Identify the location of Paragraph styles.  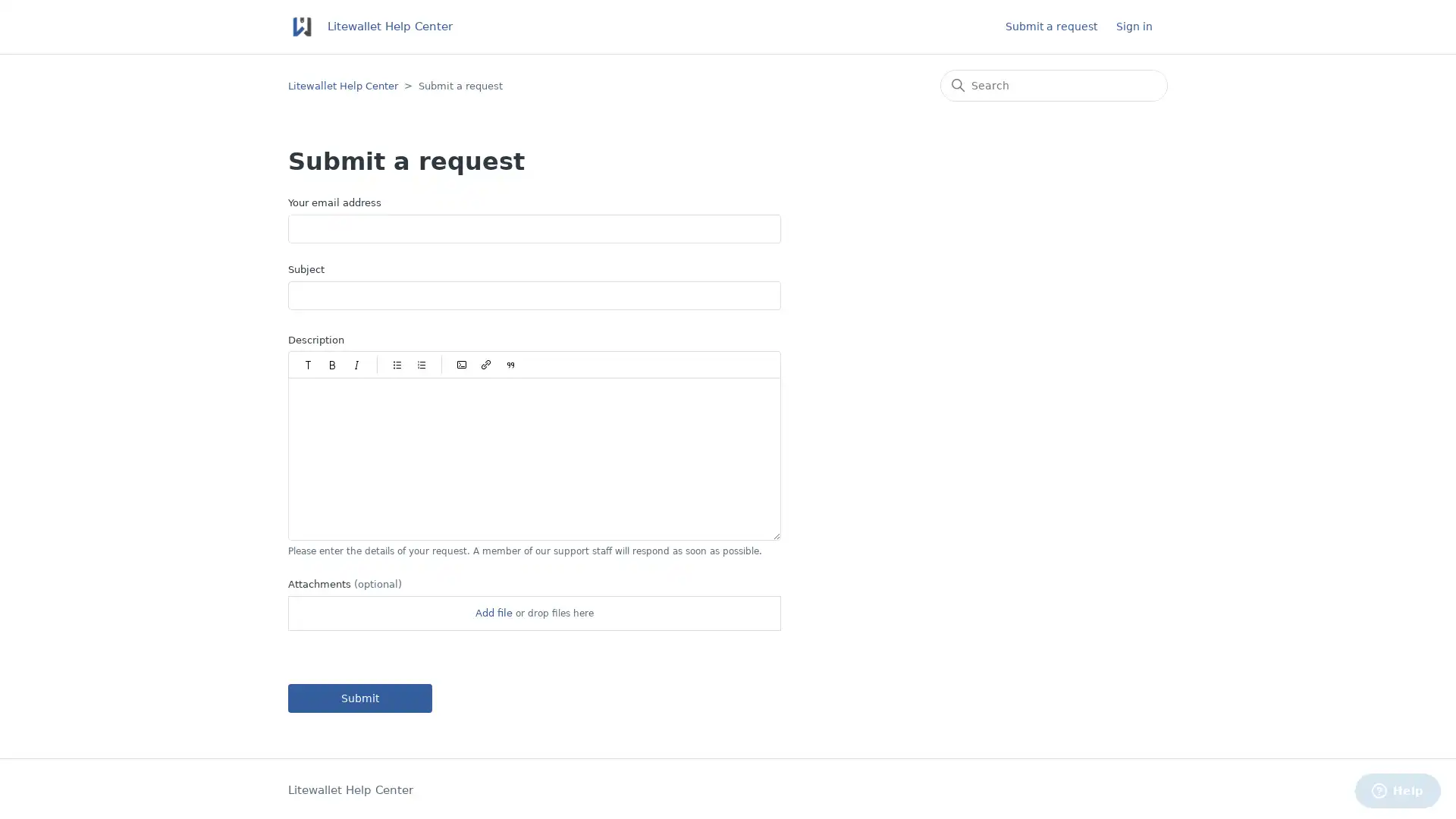
(308, 365).